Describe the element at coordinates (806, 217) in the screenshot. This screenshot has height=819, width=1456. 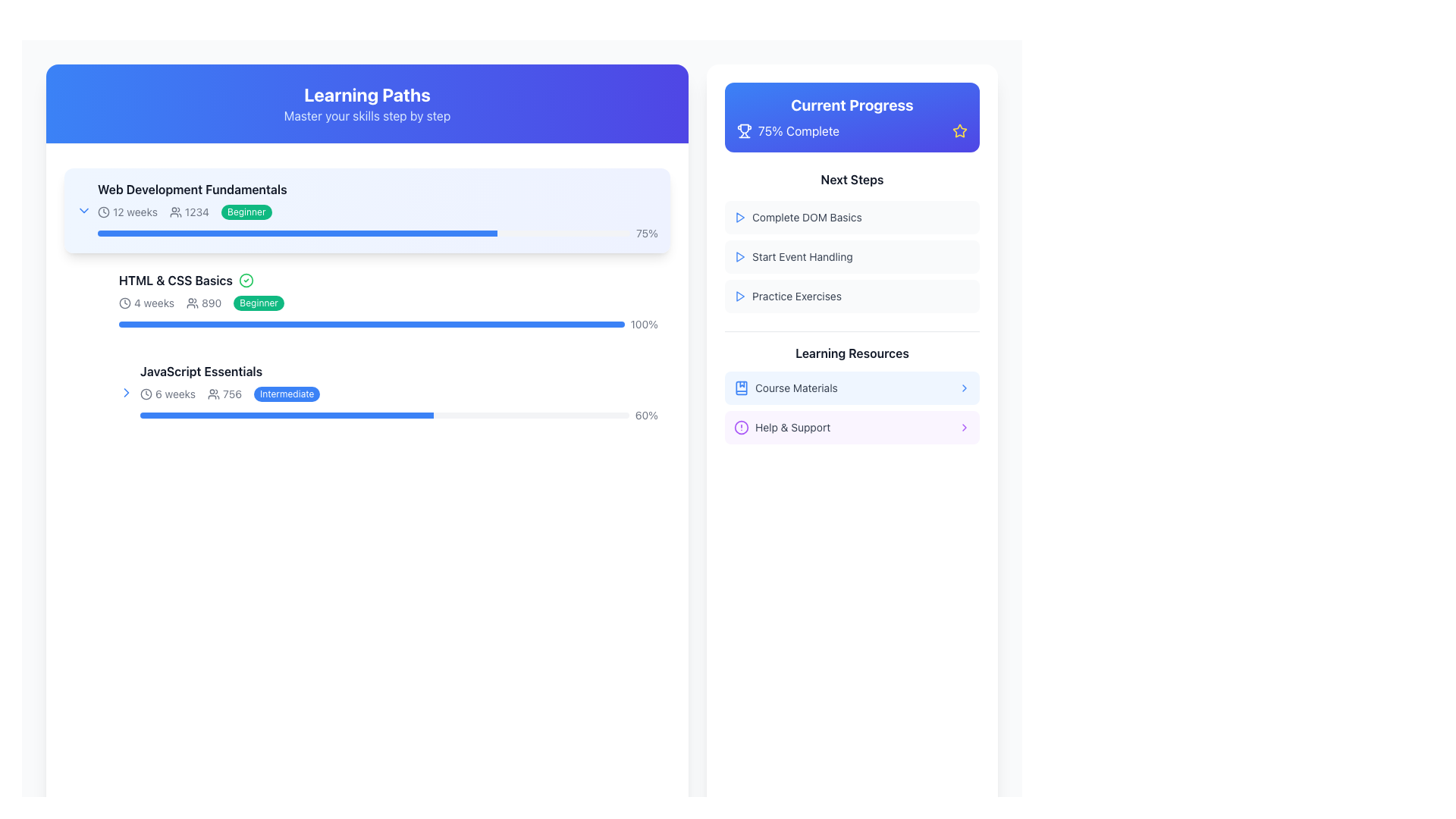
I see `the text label displaying 'Complete DOM Basics' located in the 'Next Steps' section of the 'Current Progress' panel, which is horizontally centered and has a small blue play icon to its left` at that location.